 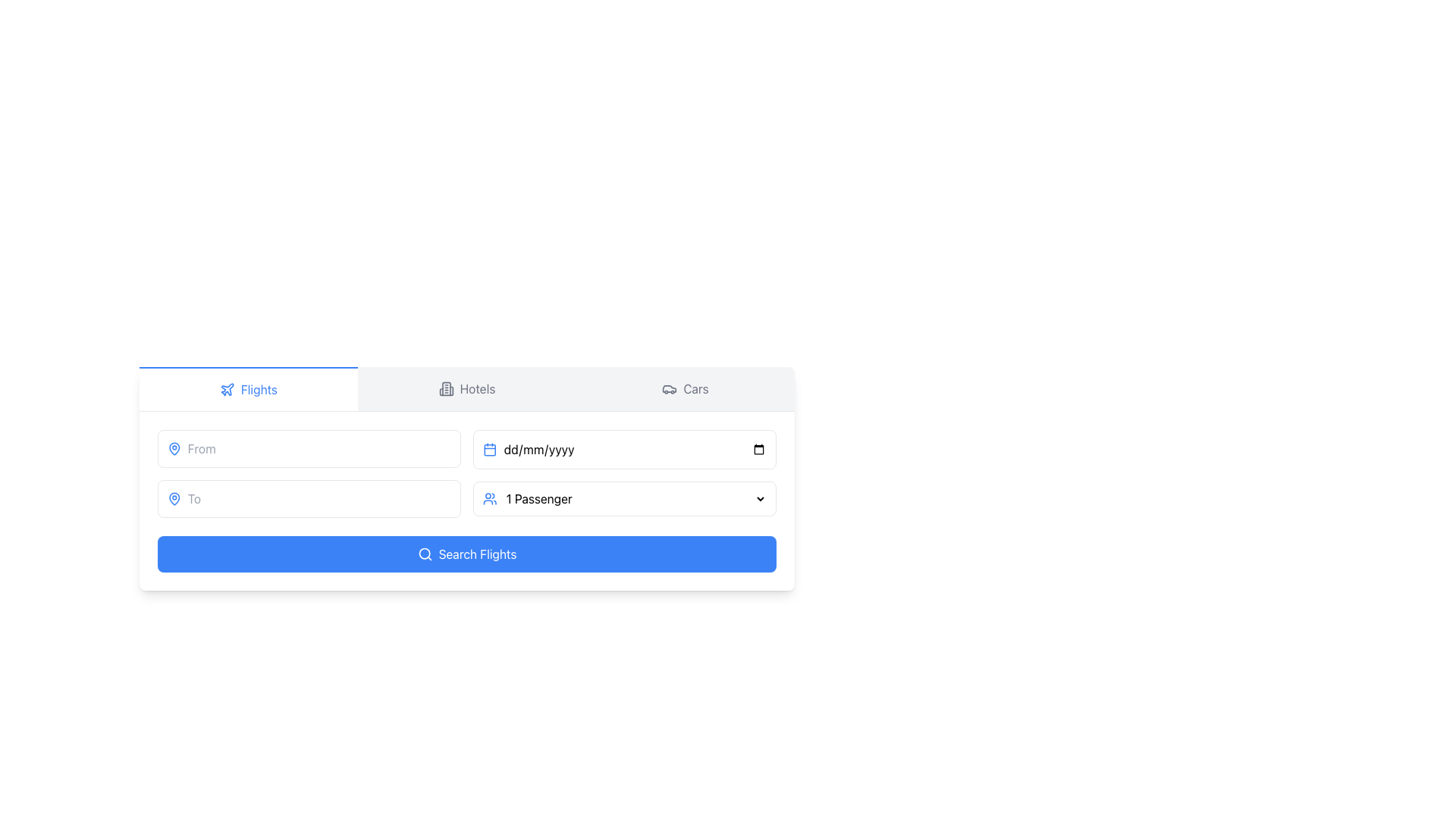 I want to click on the map pin icon with a blue outline, located next to the 'From' text field in the first row of options, so click(x=174, y=447).